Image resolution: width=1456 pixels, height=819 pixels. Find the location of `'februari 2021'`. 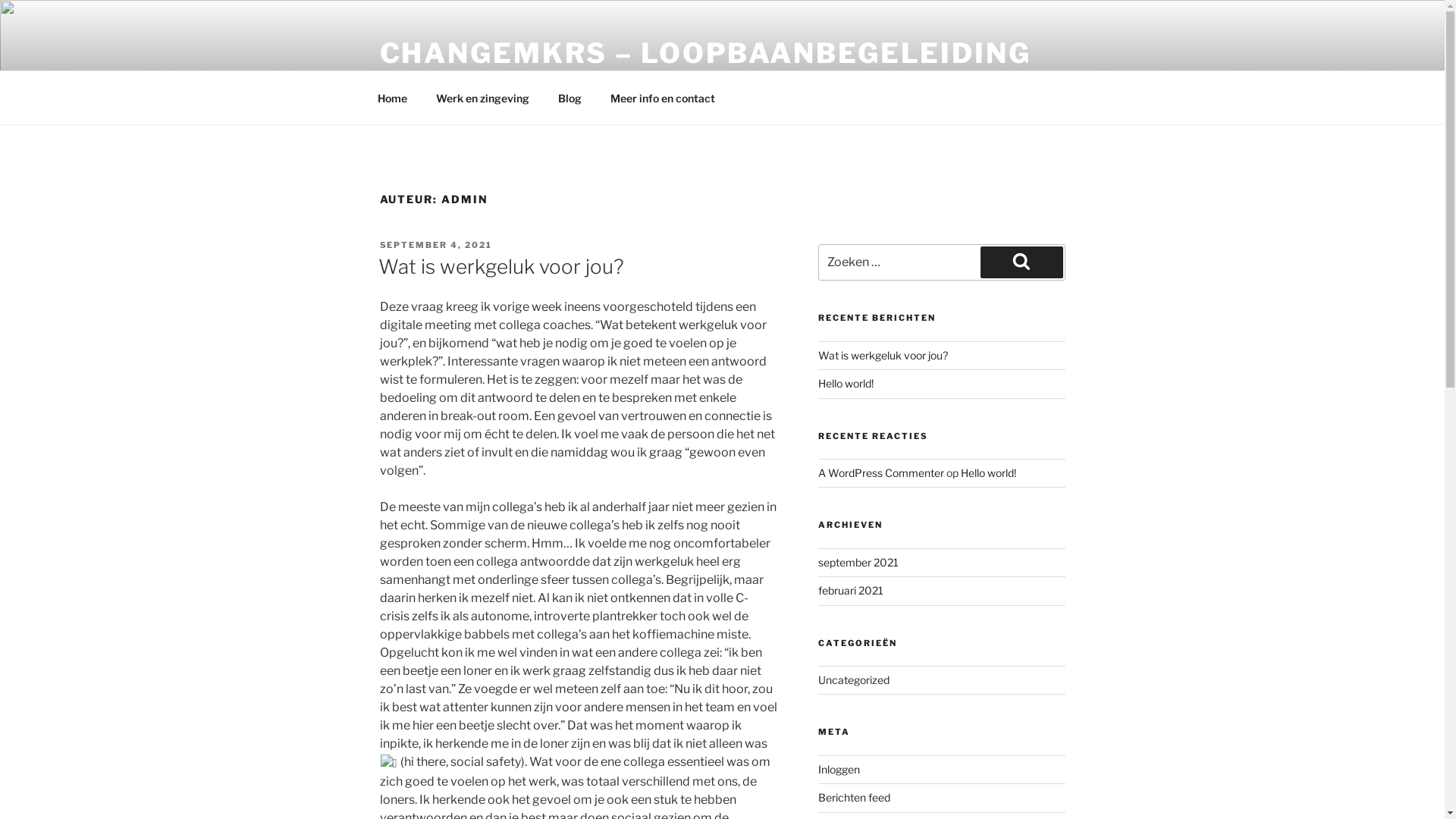

'februari 2021' is located at coordinates (851, 589).